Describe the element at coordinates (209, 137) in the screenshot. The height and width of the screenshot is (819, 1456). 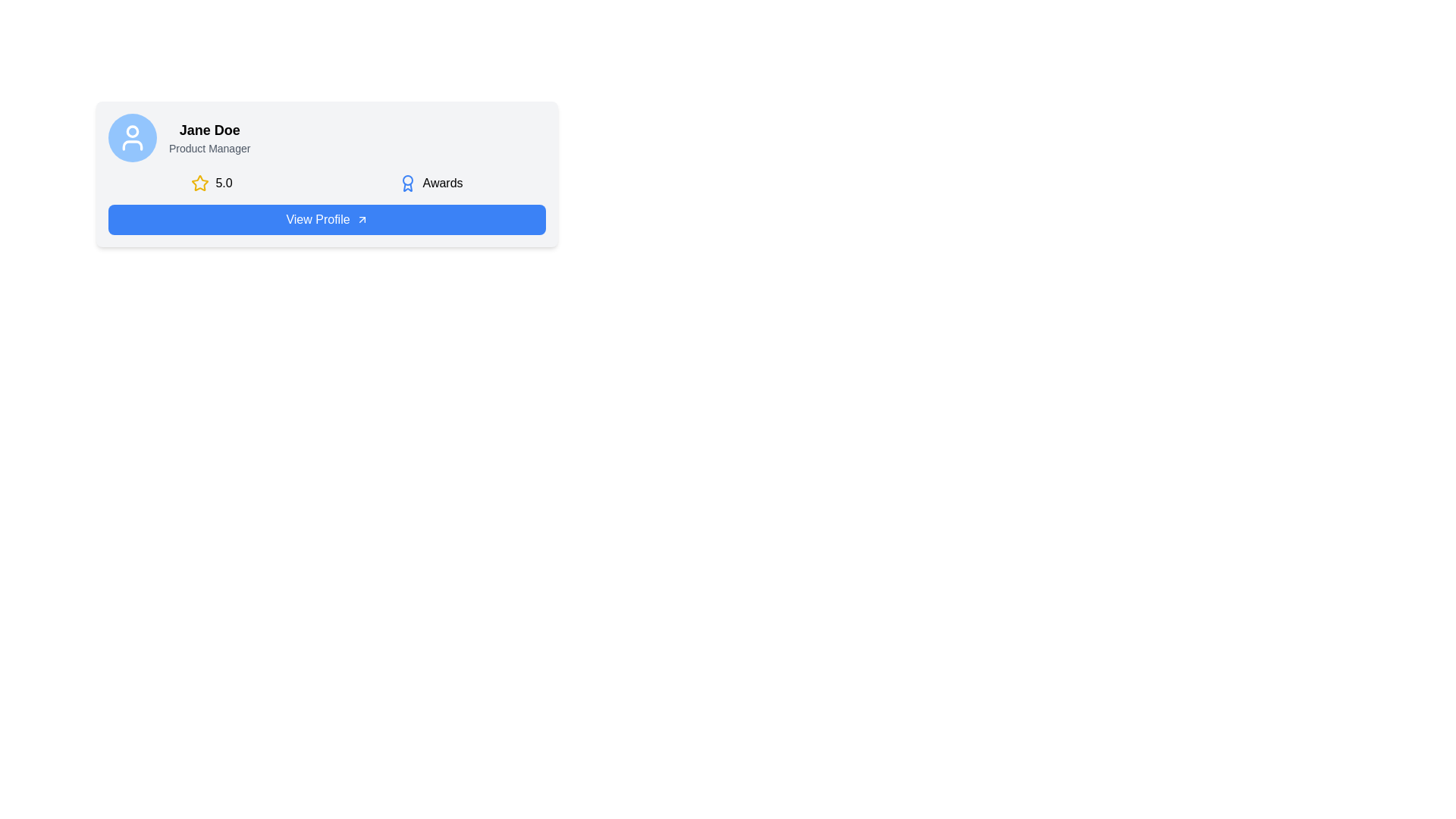
I see `the Static Text Block displaying 'Jane Doe' and 'Product Manager'` at that location.